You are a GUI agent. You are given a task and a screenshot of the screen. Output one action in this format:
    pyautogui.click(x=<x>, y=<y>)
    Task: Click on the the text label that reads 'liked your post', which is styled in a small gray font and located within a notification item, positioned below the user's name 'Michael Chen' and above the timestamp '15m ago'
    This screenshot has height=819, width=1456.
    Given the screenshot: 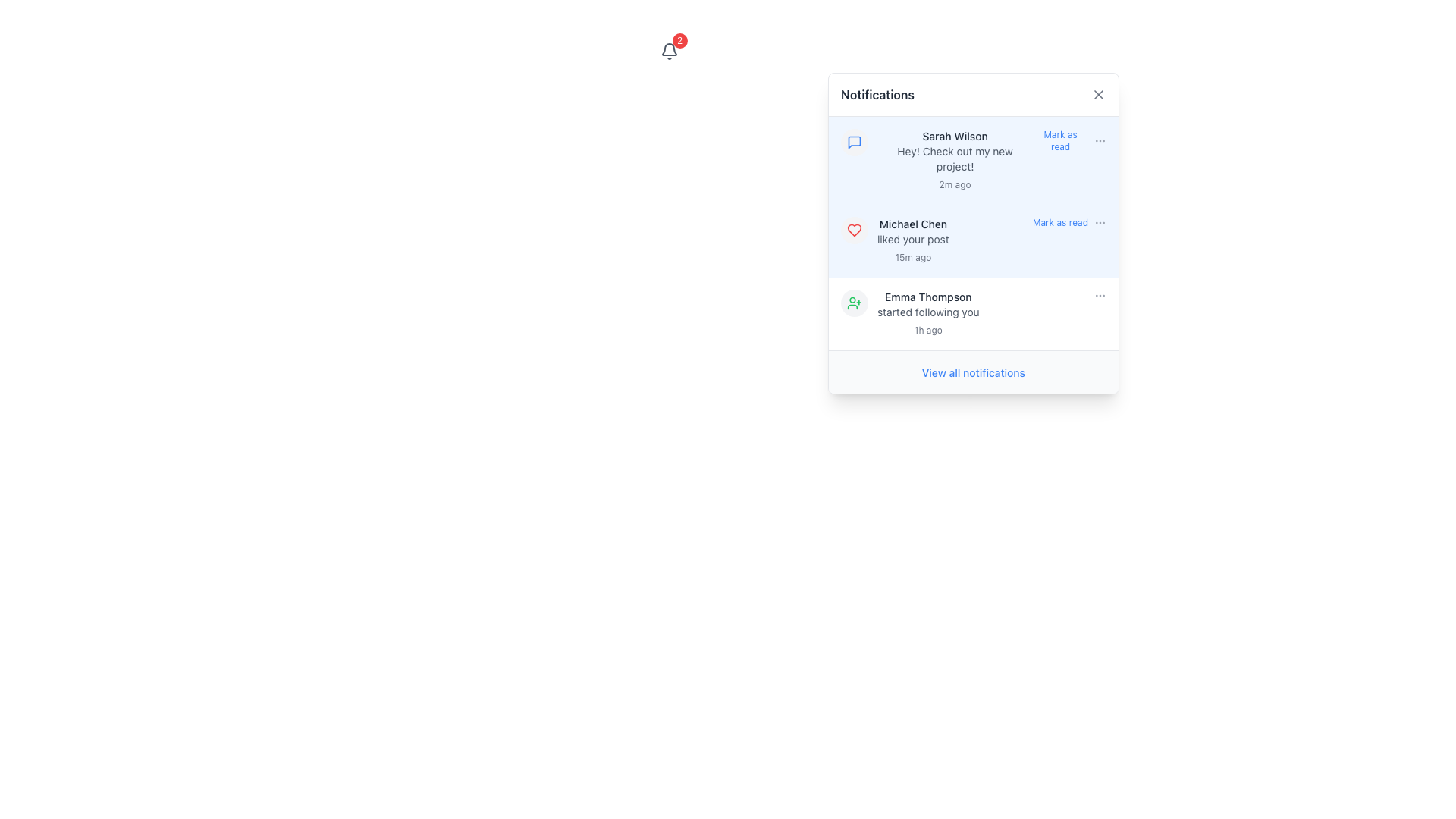 What is the action you would take?
    pyautogui.click(x=912, y=239)
    